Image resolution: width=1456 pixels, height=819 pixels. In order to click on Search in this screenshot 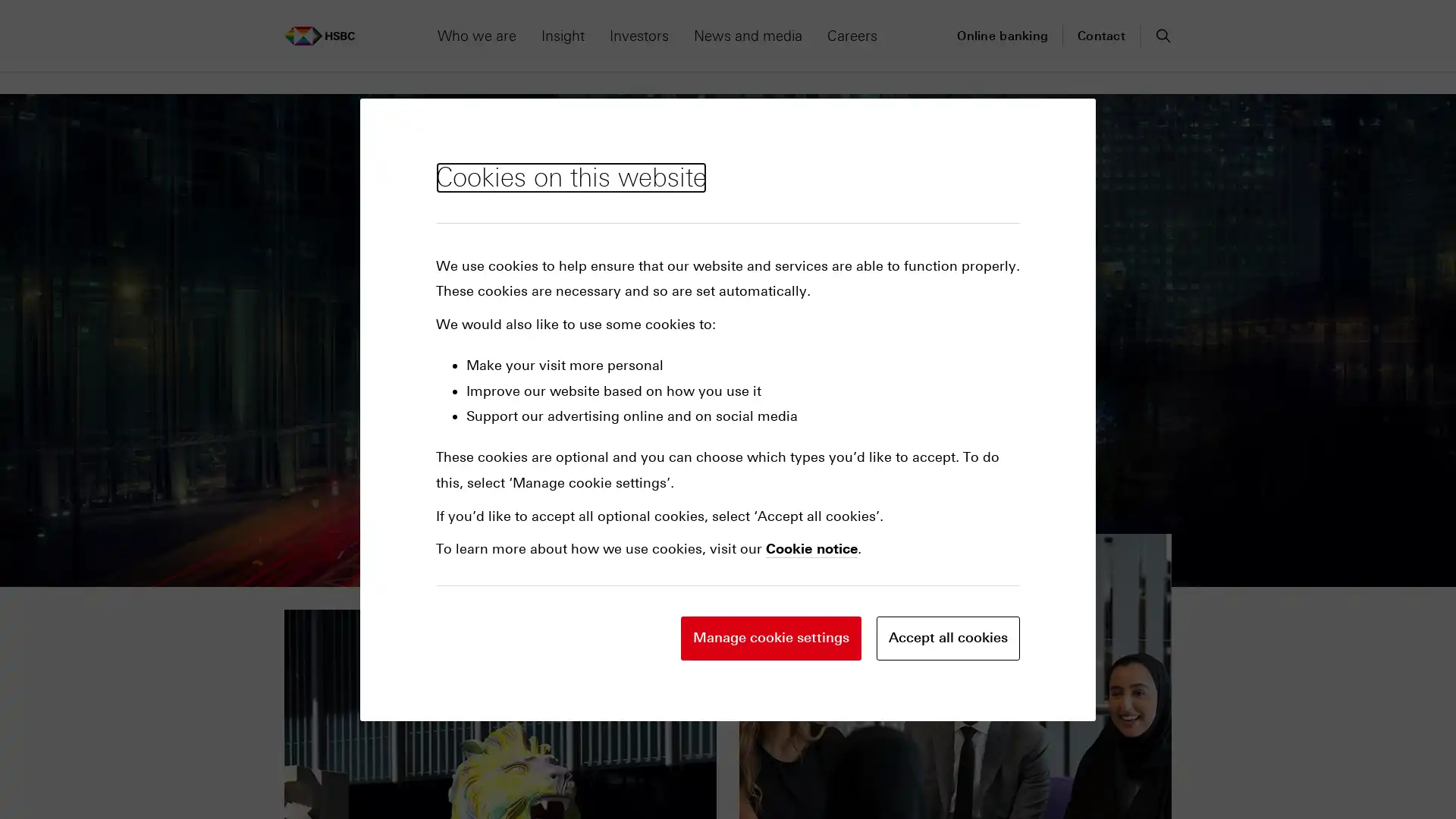, I will do `click(1161, 34)`.